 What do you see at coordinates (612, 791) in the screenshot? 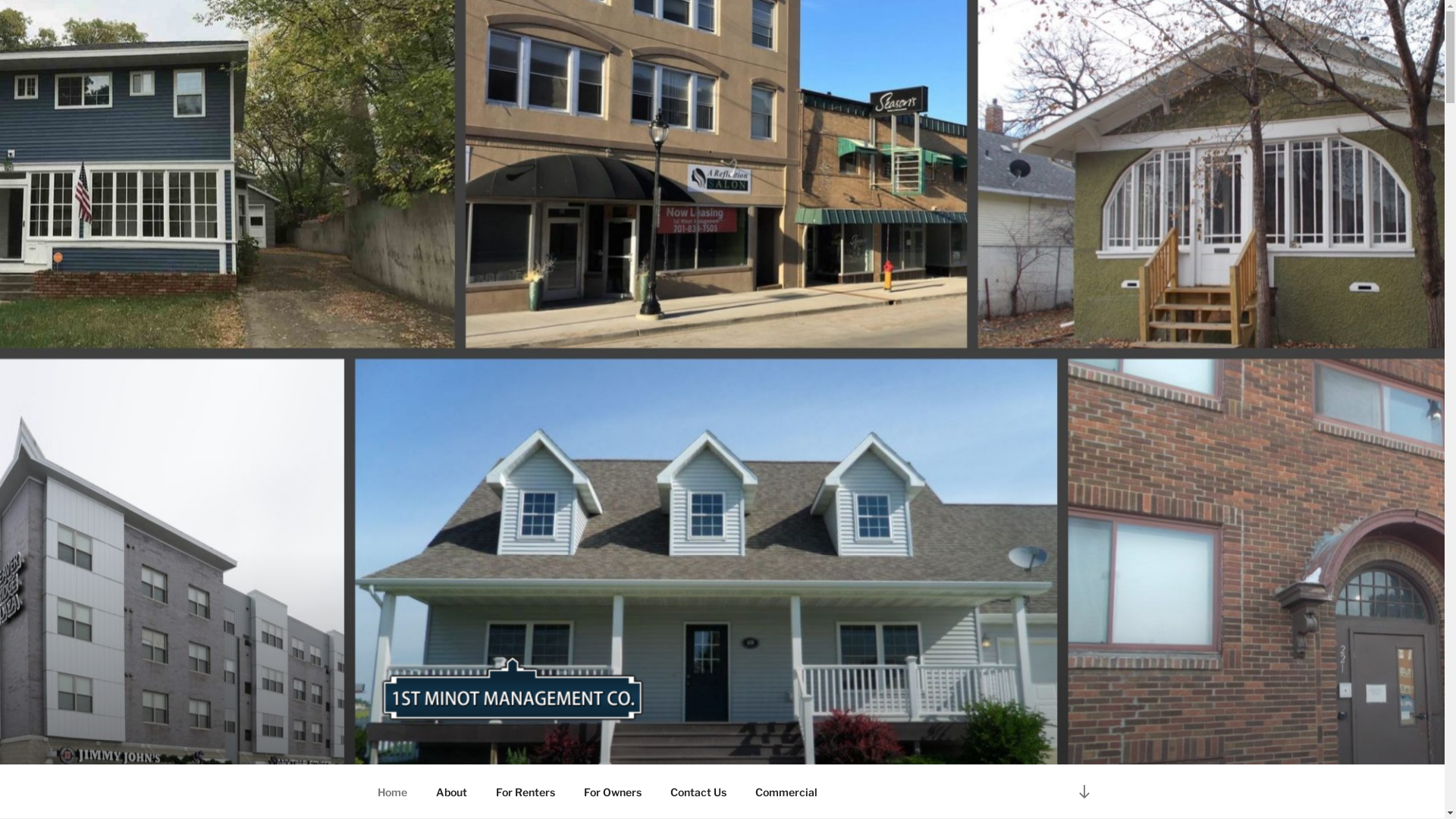
I see `'For Owners'` at bounding box center [612, 791].